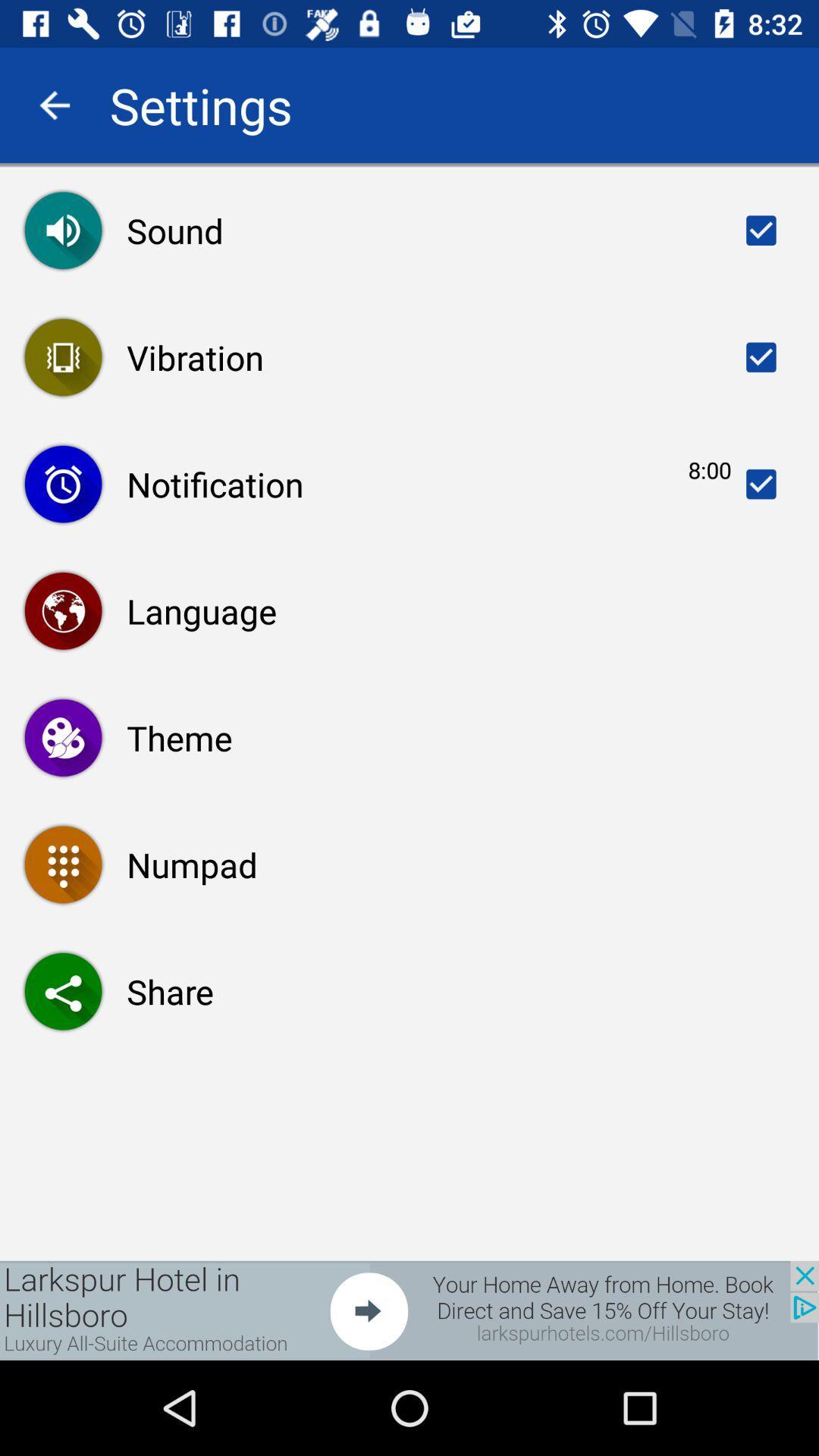  Describe the element at coordinates (761, 483) in the screenshot. I see `confirm option` at that location.